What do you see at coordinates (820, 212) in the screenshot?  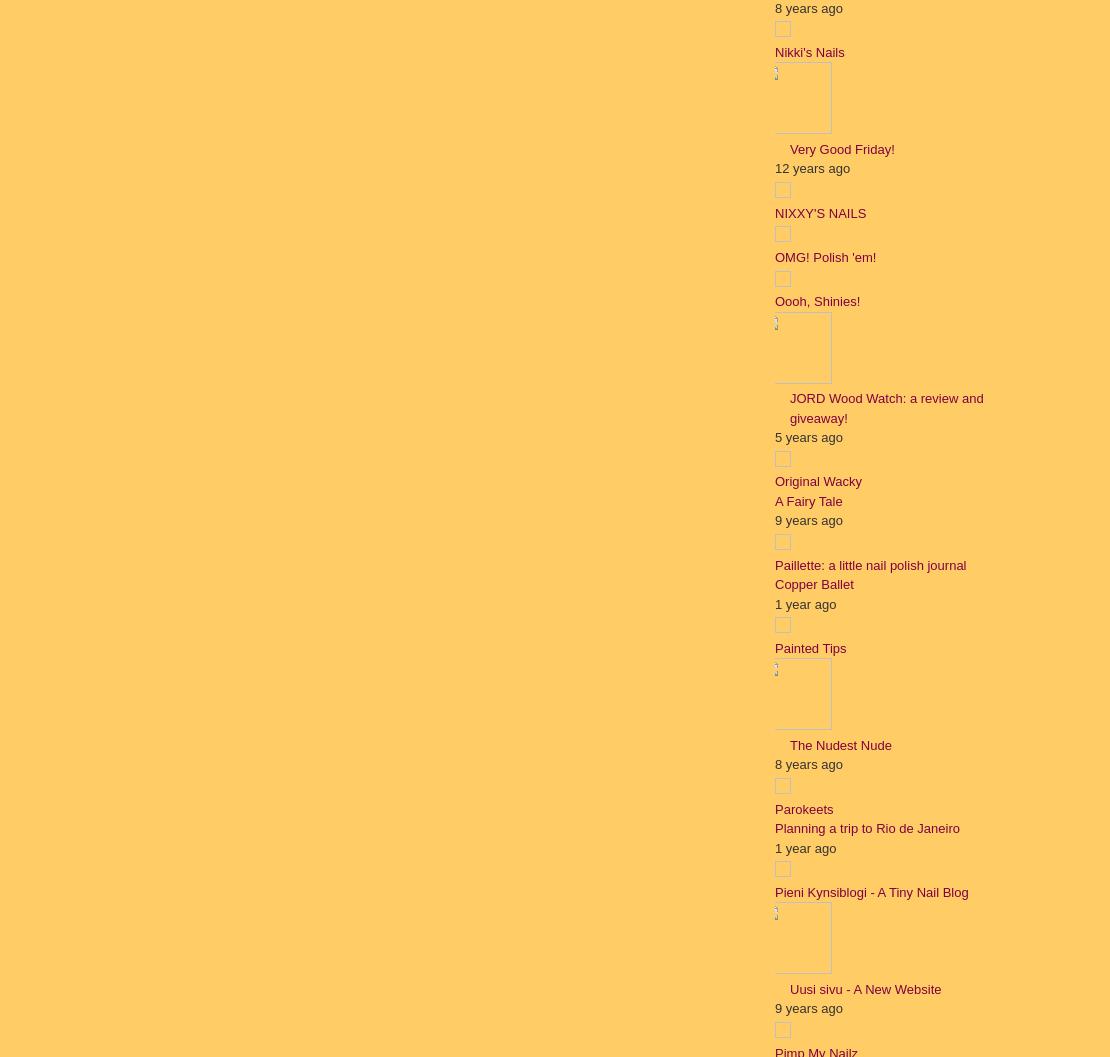 I see `'NIXXY'S NAILS'` at bounding box center [820, 212].